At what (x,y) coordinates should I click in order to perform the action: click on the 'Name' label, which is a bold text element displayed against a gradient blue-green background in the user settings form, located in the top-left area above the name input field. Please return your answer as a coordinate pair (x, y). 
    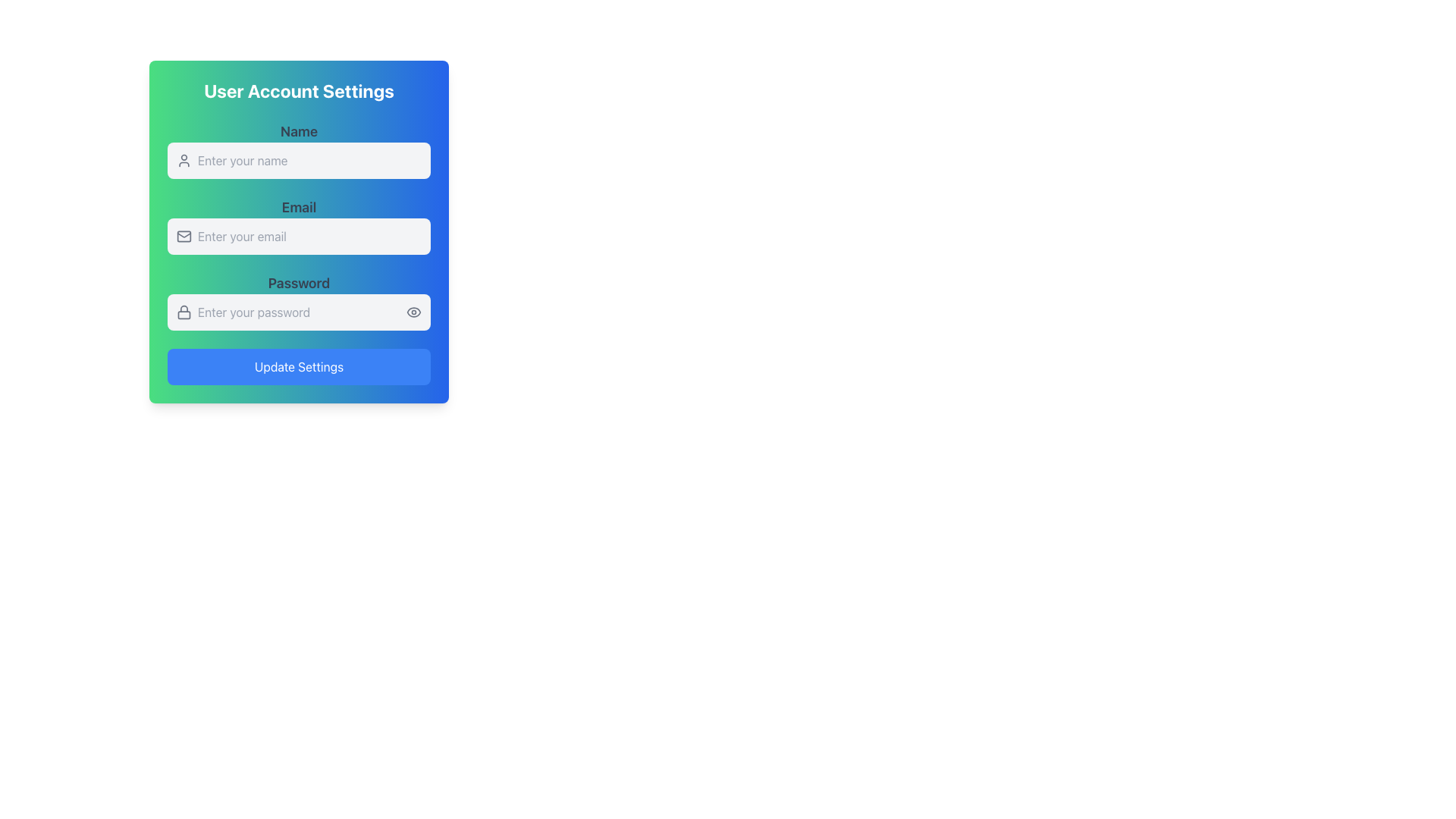
    Looking at the image, I should click on (299, 130).